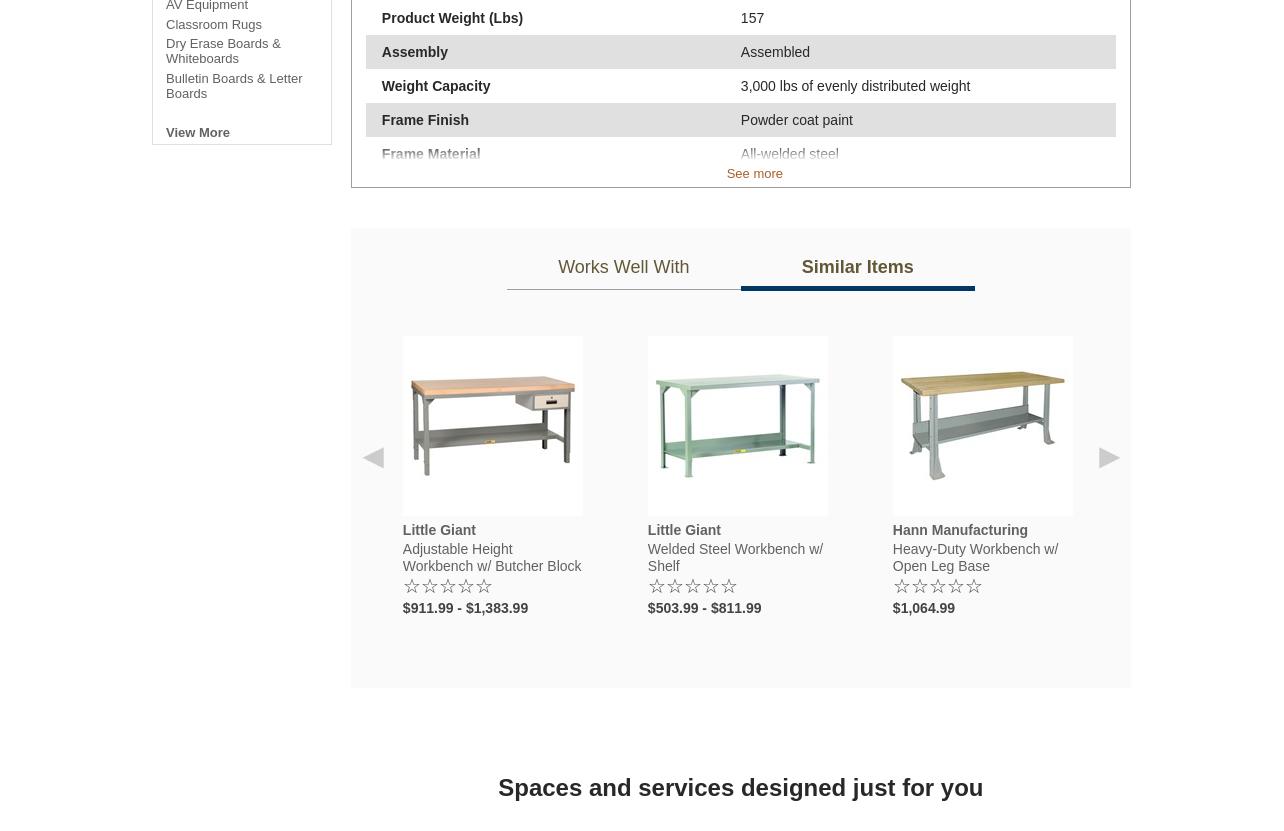  I want to click on 'Frame Material', so click(430, 152).